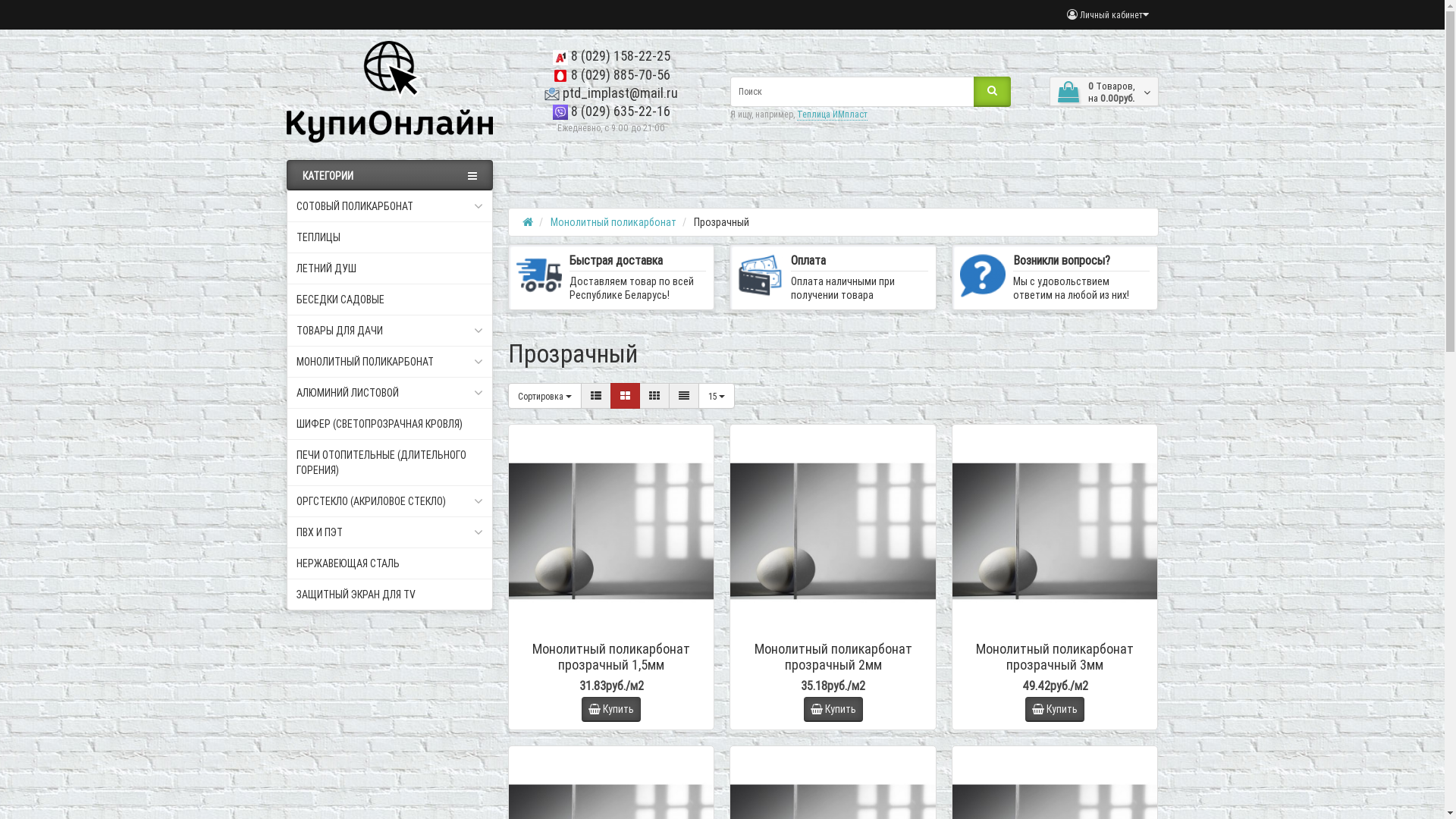  Describe the element at coordinates (552, 74) in the screenshot. I see `'8 (029) 885-70-56'` at that location.